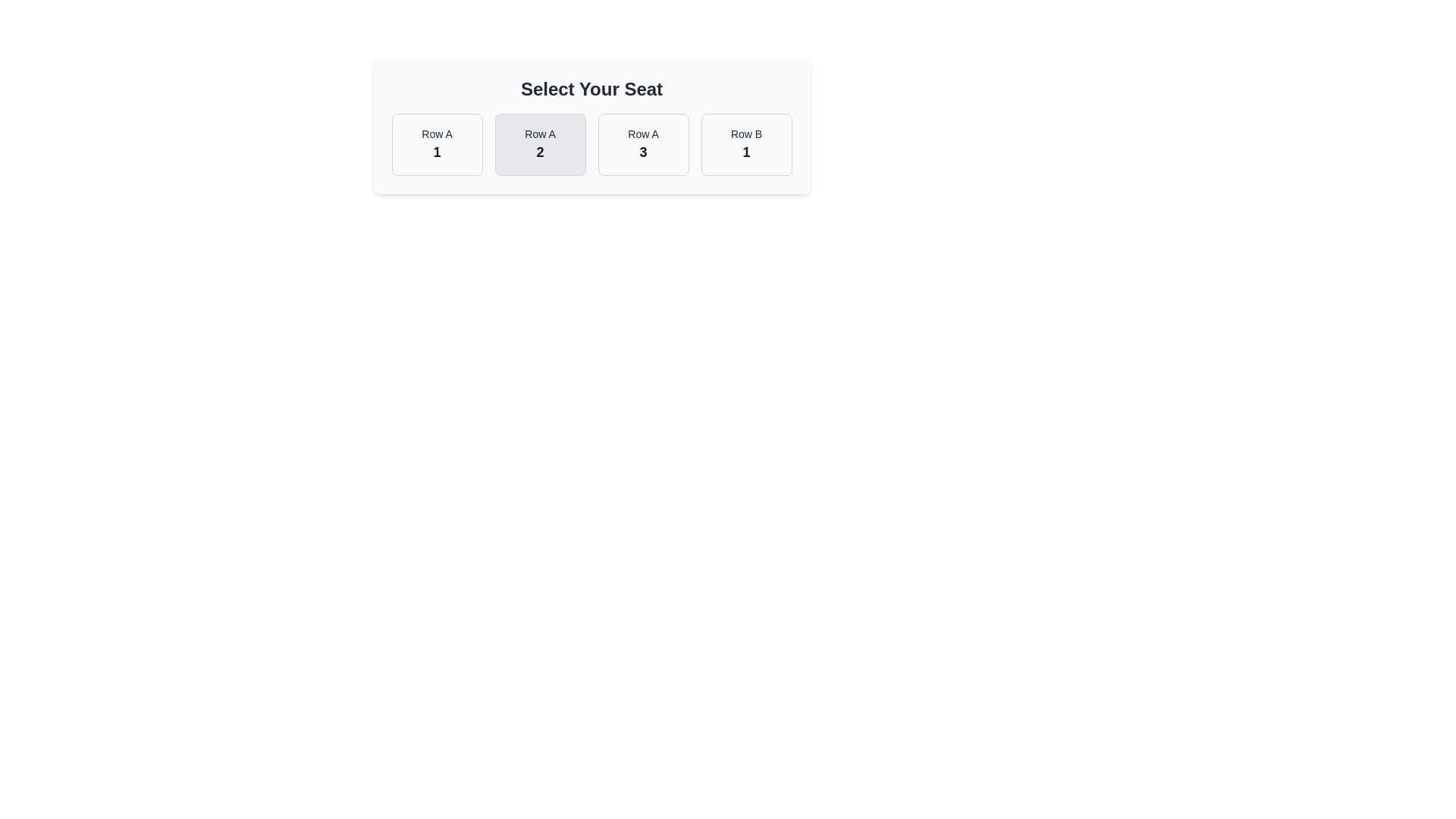  Describe the element at coordinates (746, 133) in the screenshot. I see `the label indicating the row associated with the button in the 'Select Your Seat' section, located at the rightmost end of the row` at that location.